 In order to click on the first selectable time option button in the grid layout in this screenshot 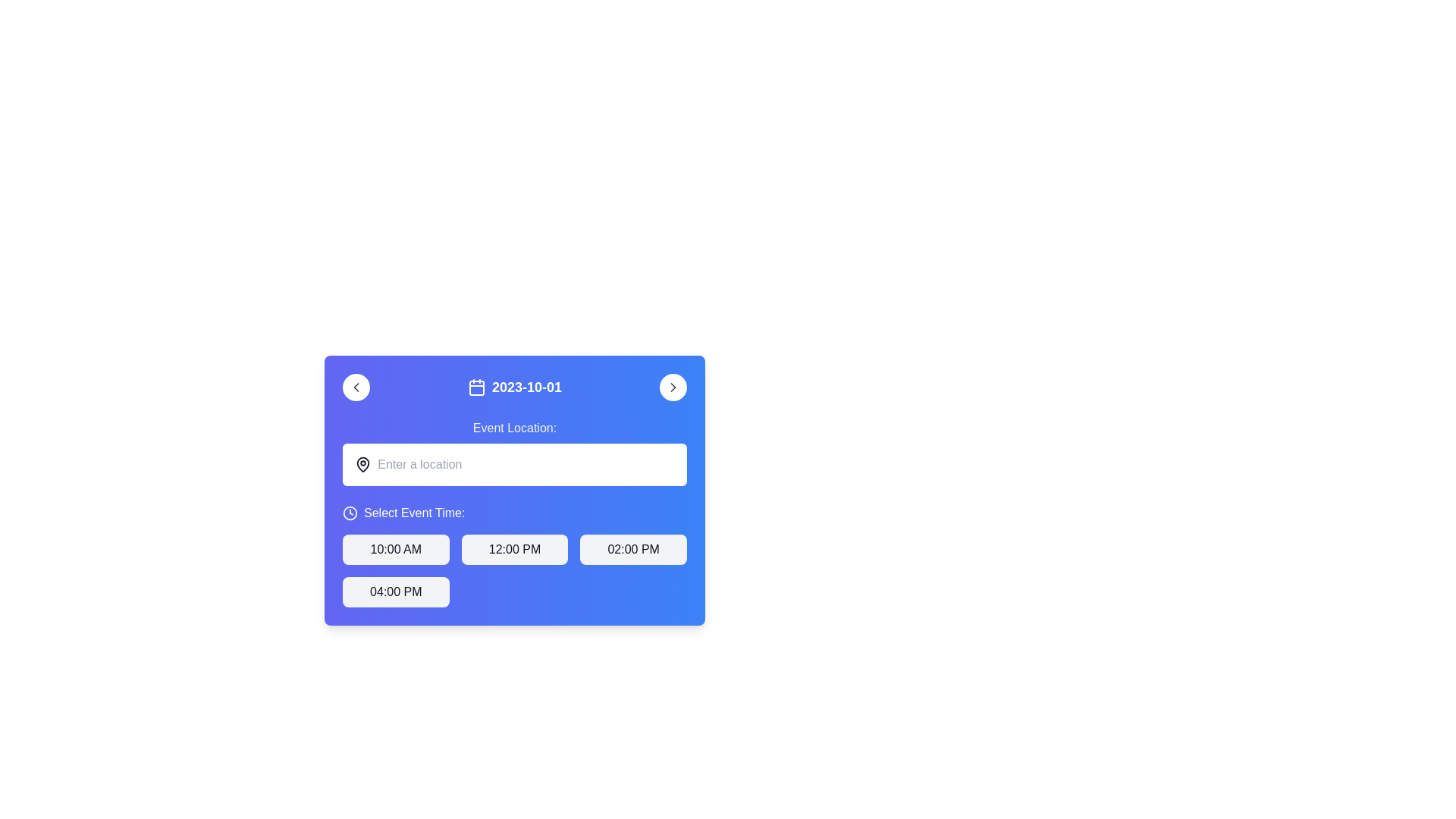, I will do `click(396, 550)`.